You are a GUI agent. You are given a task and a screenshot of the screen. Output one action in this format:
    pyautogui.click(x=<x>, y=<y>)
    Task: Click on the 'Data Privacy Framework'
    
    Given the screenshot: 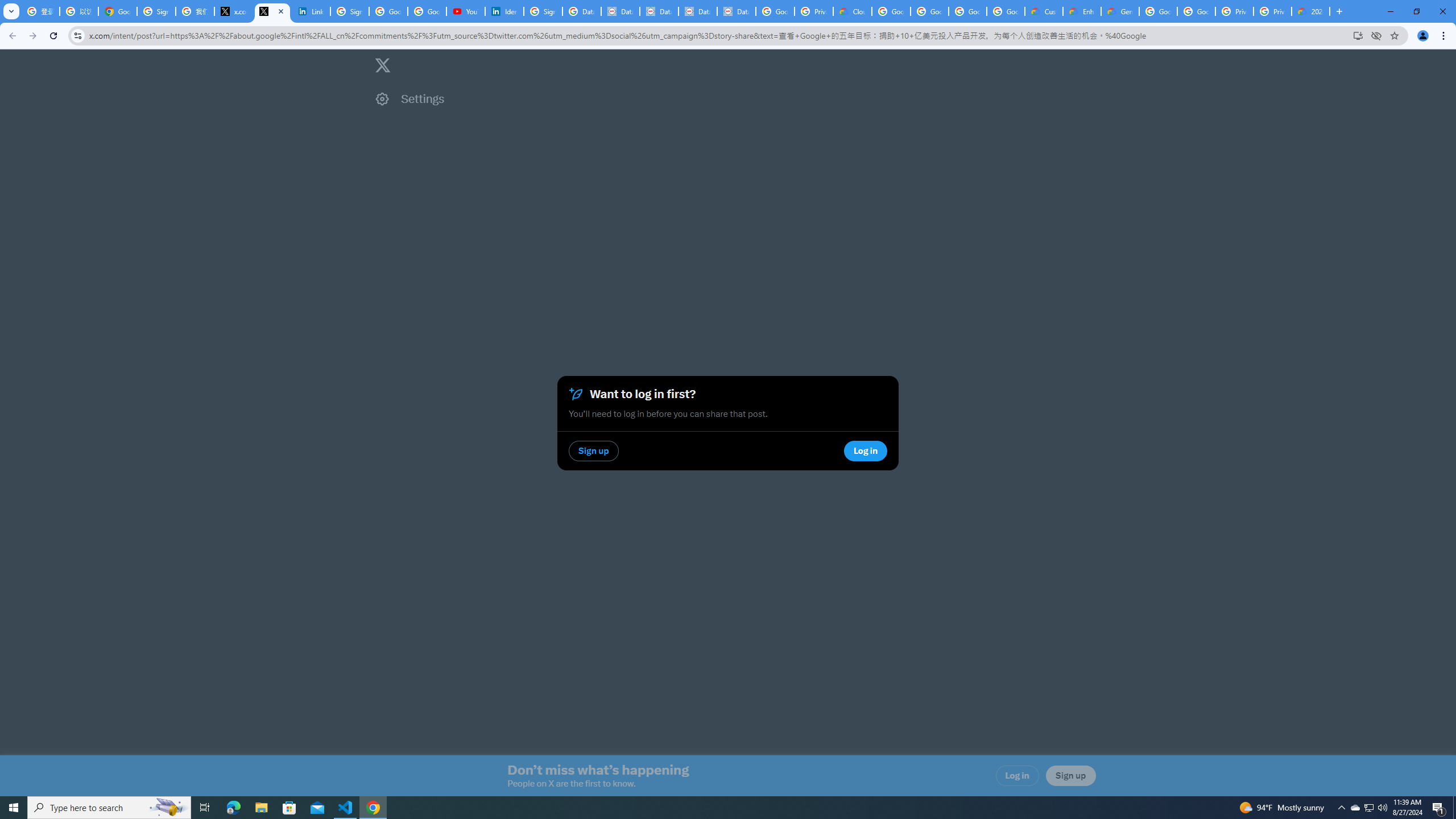 What is the action you would take?
    pyautogui.click(x=697, y=11)
    